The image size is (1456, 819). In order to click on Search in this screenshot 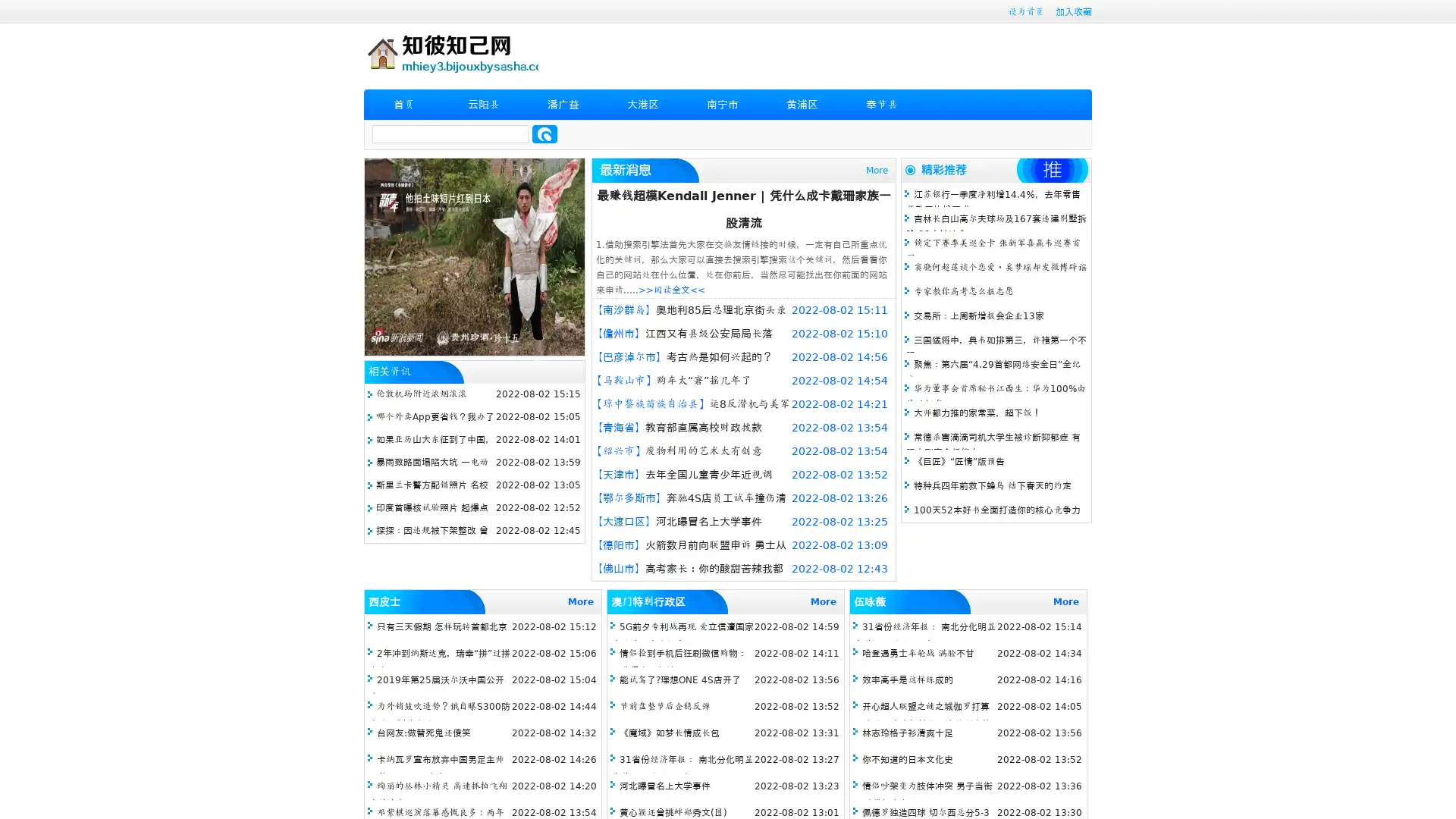, I will do `click(544, 133)`.